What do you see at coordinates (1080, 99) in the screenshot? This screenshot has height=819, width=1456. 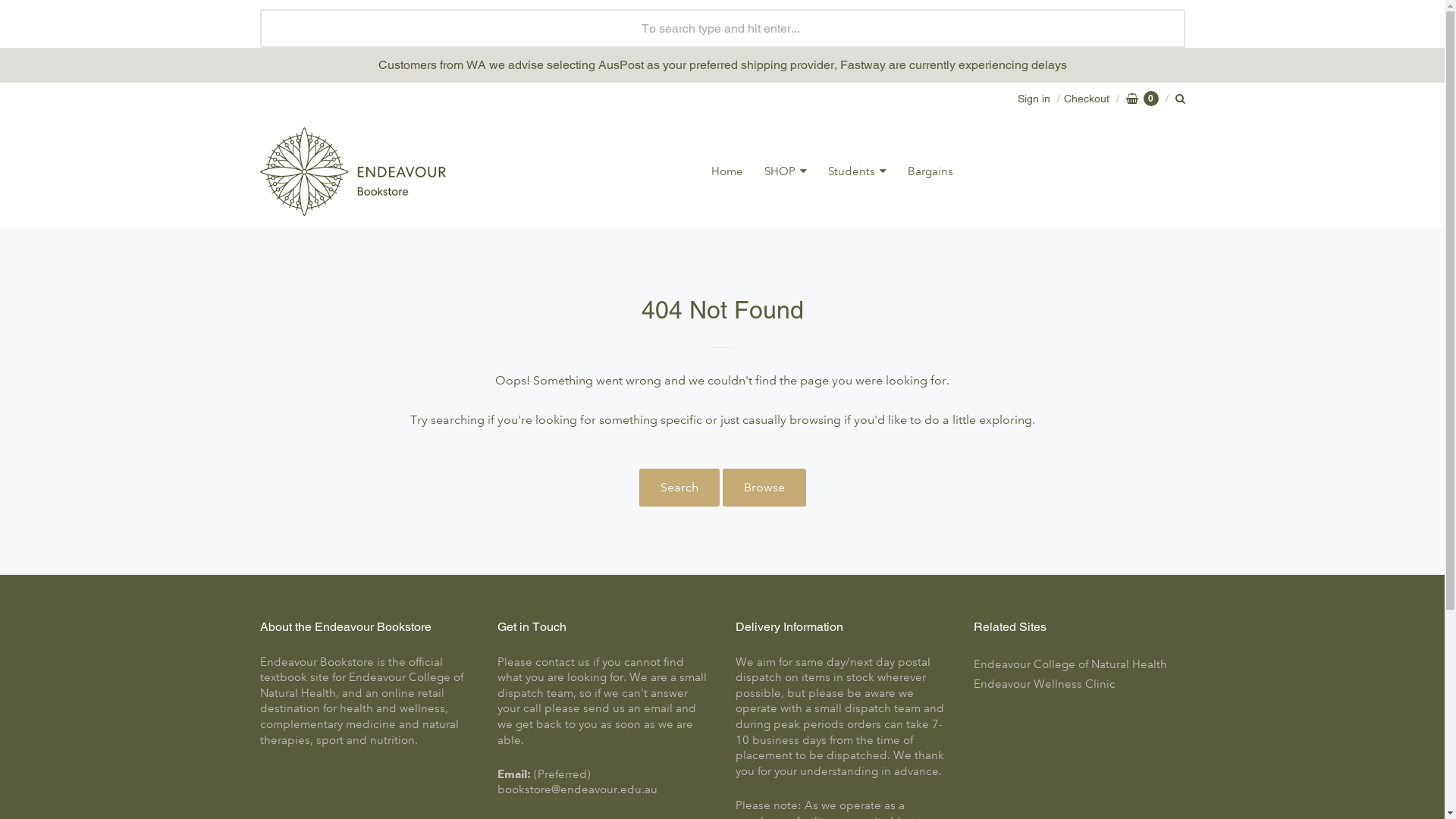 I see `'Checkout'` at bounding box center [1080, 99].